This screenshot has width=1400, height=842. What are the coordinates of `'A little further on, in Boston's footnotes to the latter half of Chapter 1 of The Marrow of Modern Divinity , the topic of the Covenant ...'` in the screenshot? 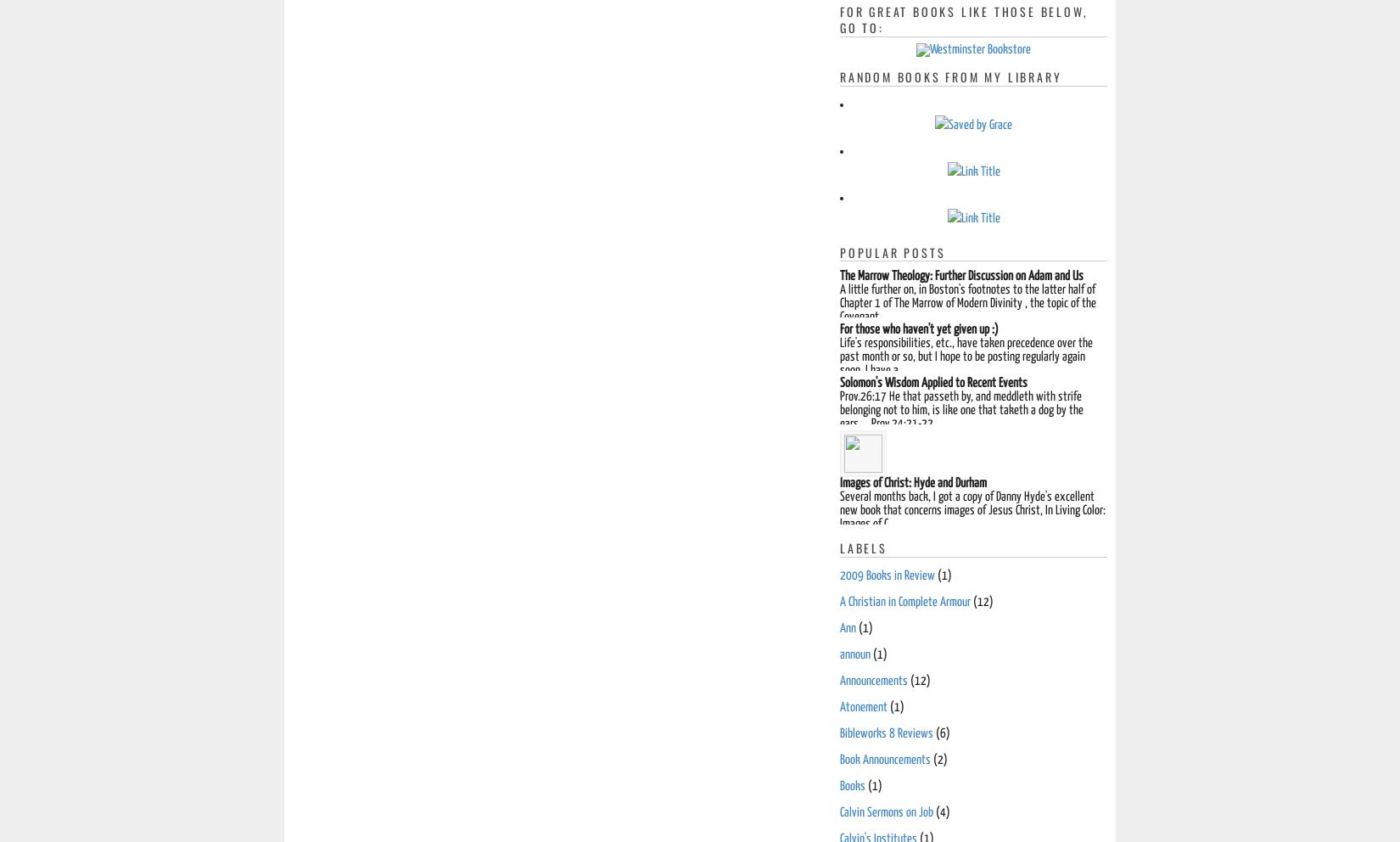 It's located at (967, 302).